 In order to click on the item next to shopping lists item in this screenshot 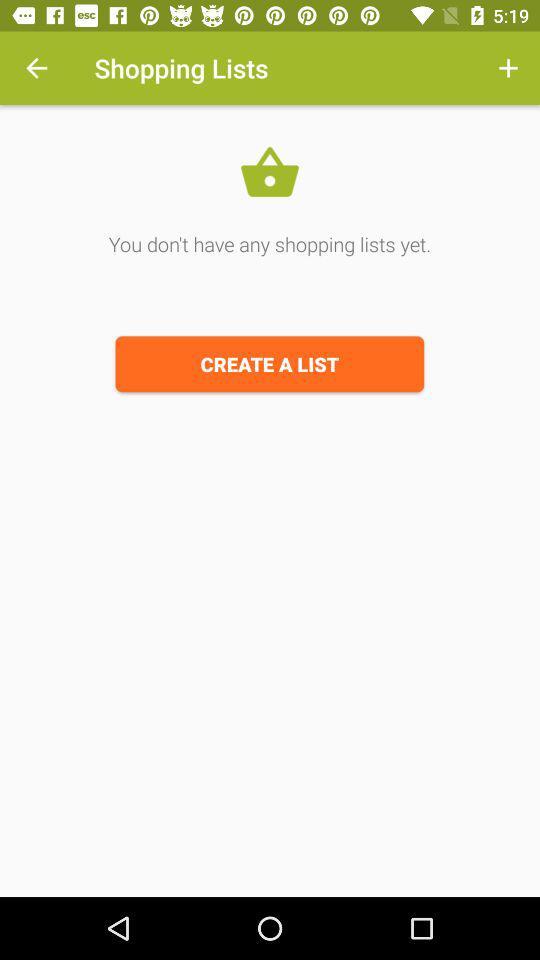, I will do `click(36, 68)`.